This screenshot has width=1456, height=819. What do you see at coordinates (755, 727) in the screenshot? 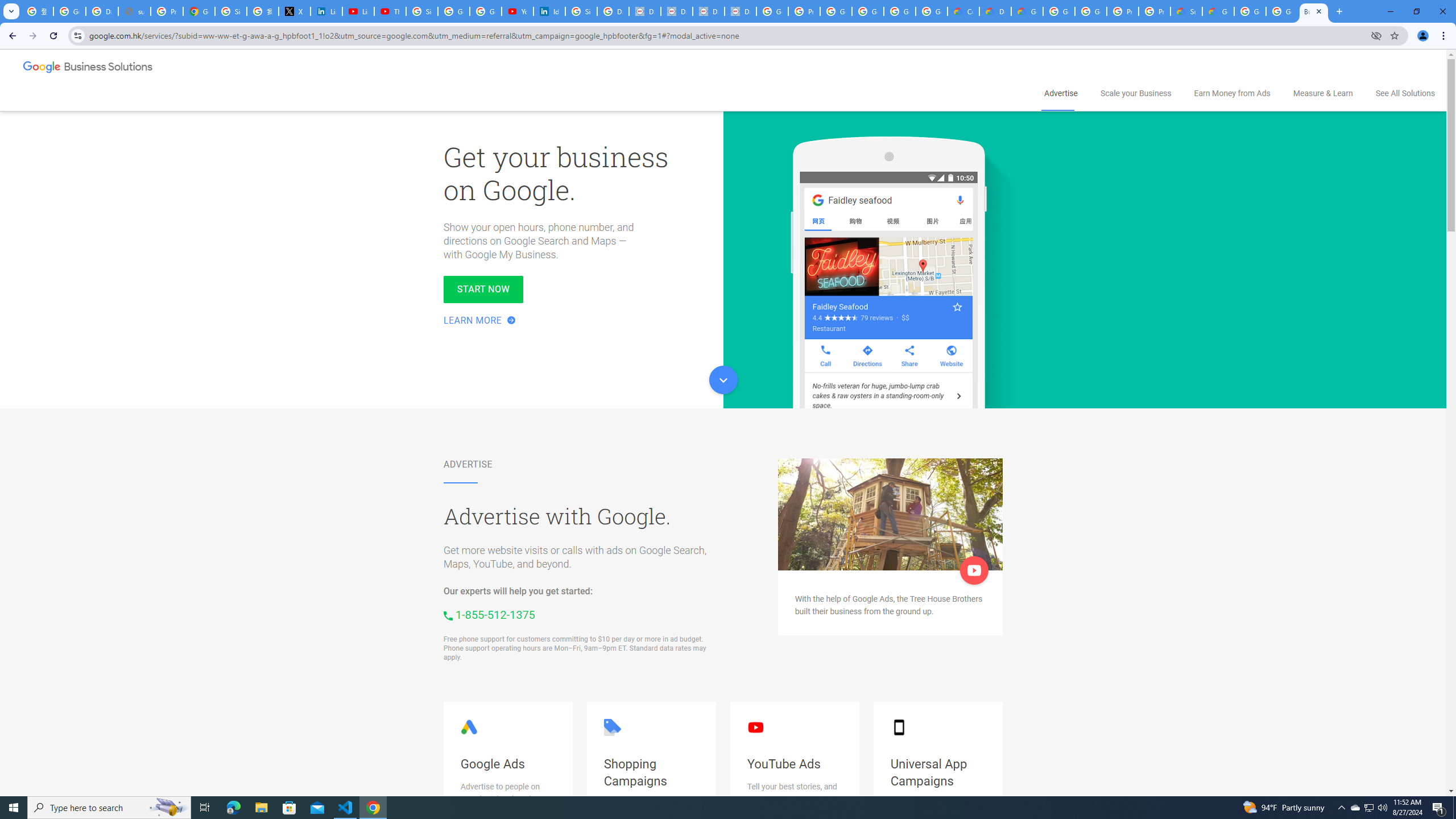
I see `'YouTube logo'` at bounding box center [755, 727].